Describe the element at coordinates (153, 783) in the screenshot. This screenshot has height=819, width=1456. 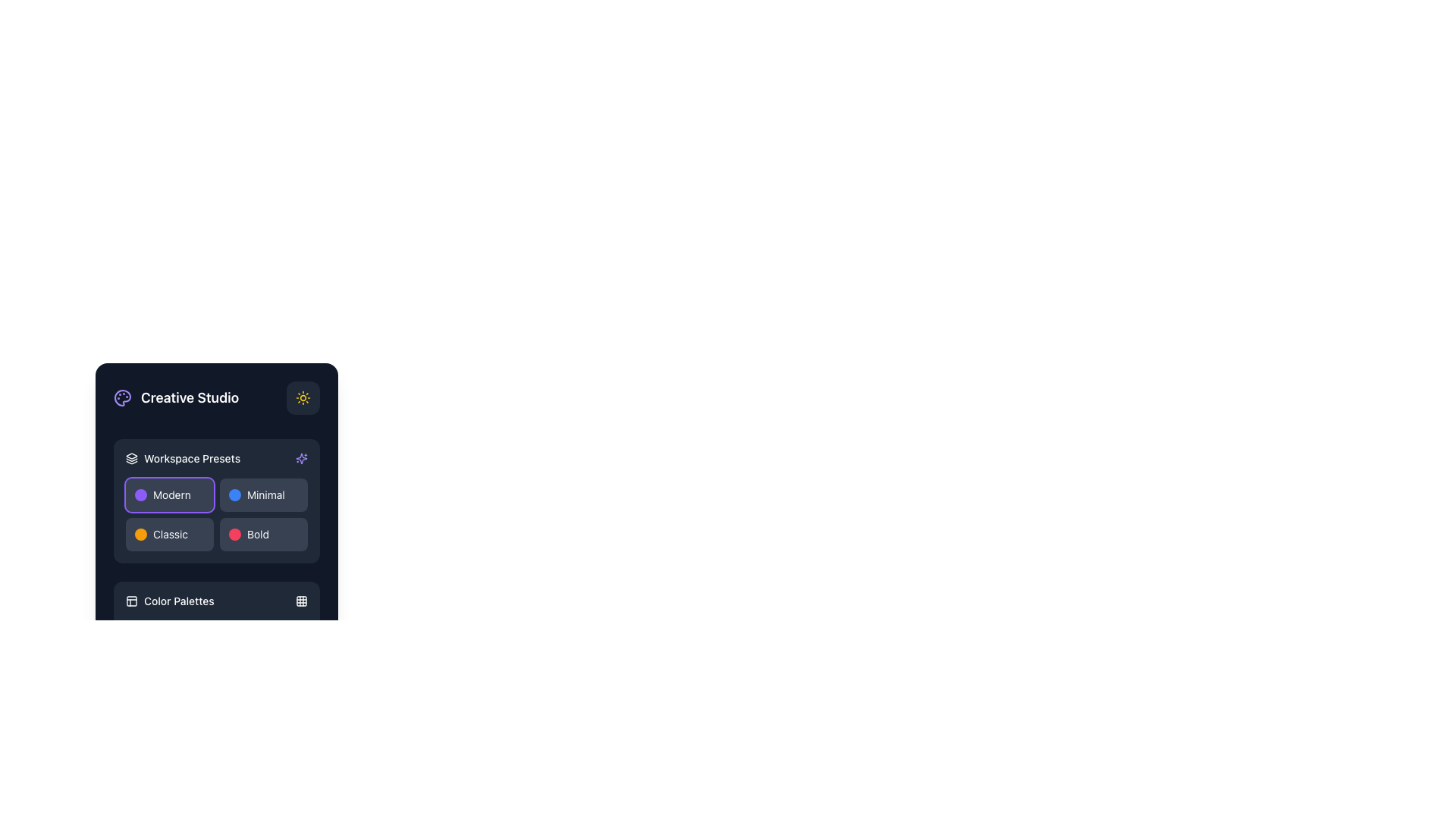
I see `the 'Opacity' label with the eye icon` at that location.